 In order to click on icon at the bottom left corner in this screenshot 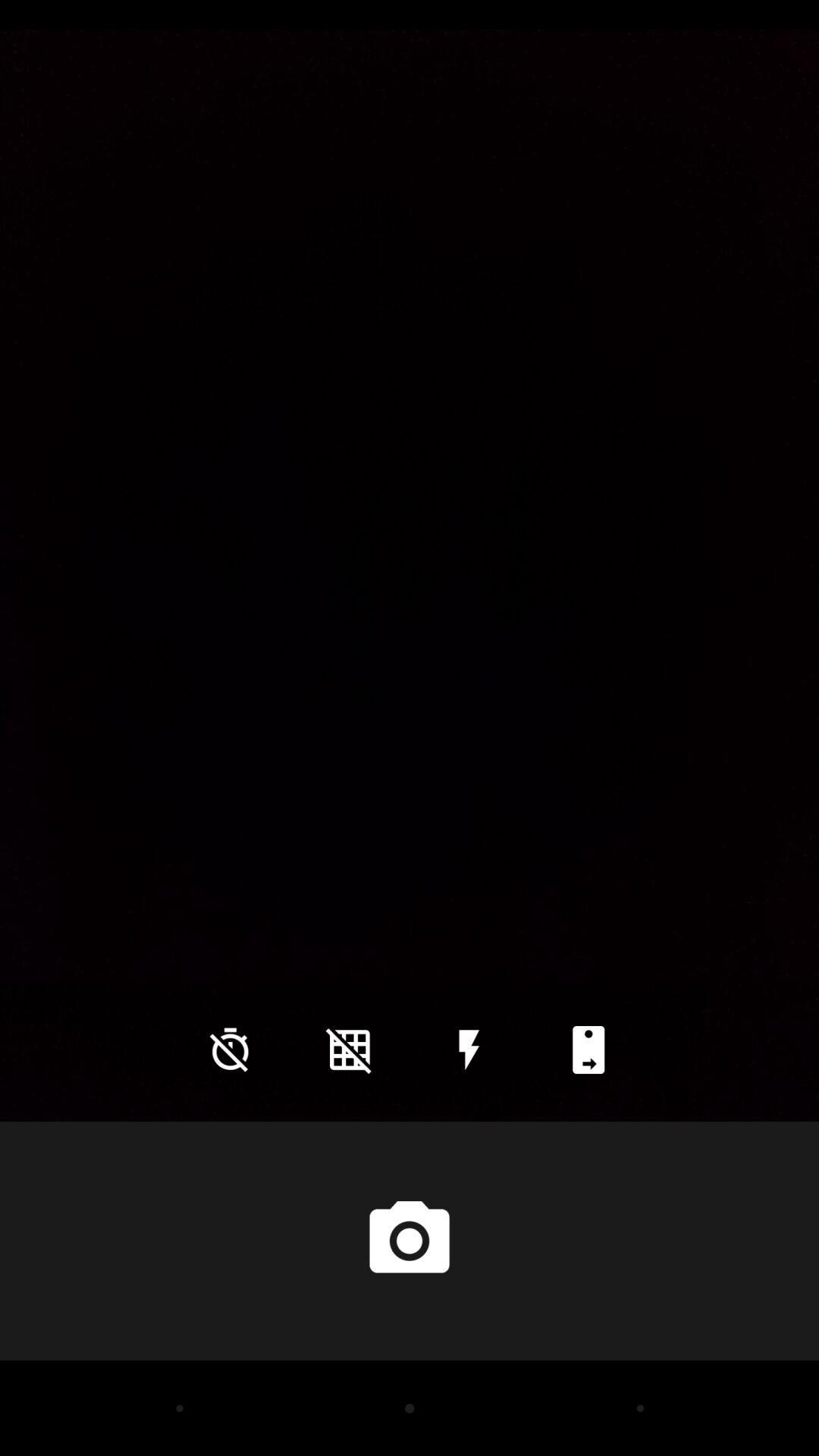, I will do `click(230, 1049)`.